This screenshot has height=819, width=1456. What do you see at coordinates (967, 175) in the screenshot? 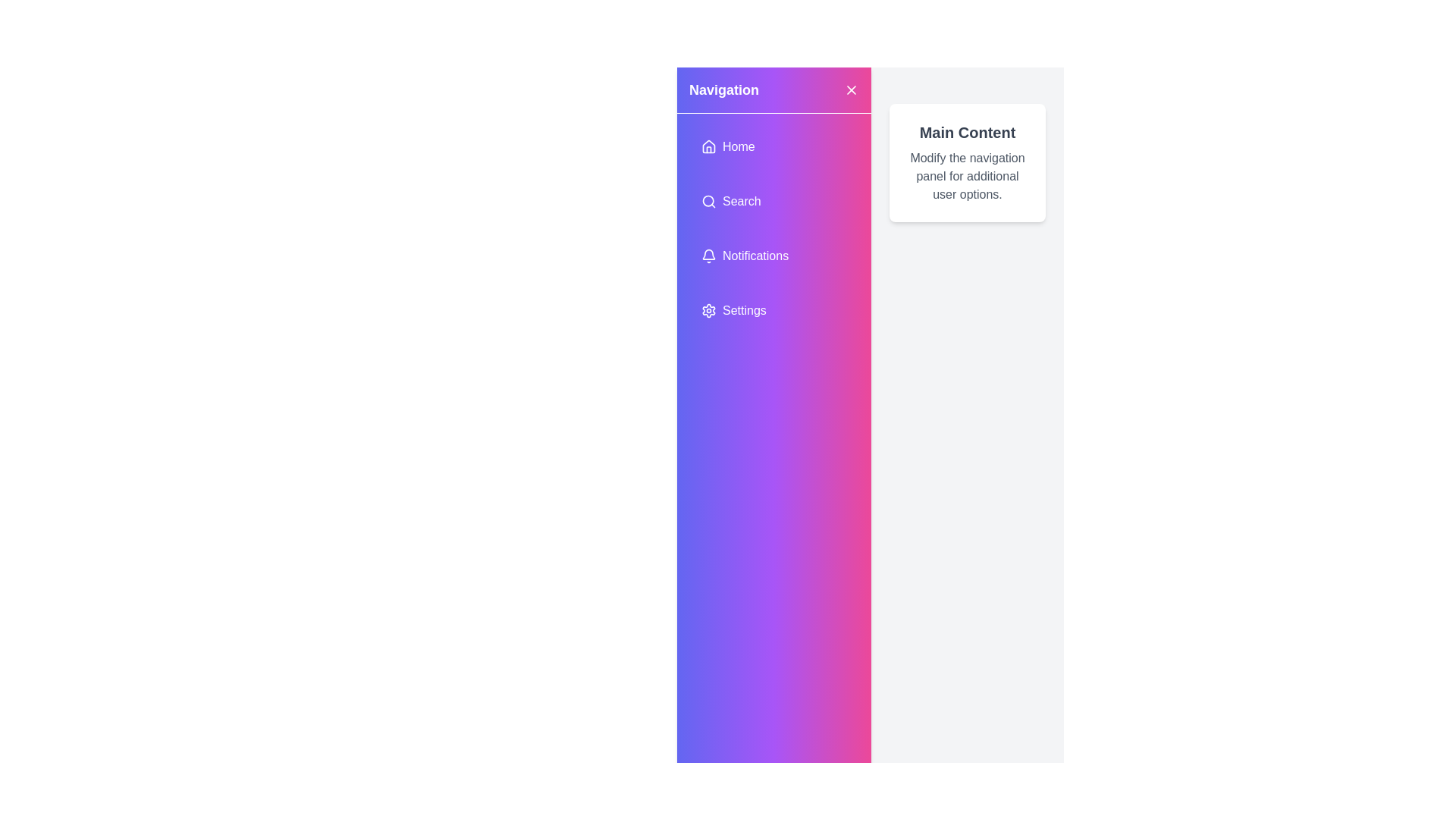
I see `the text element that reads 'Modify the navigation panel for additional user options', which is styled with gray text and positioned below the heading 'Main Content'` at bounding box center [967, 175].